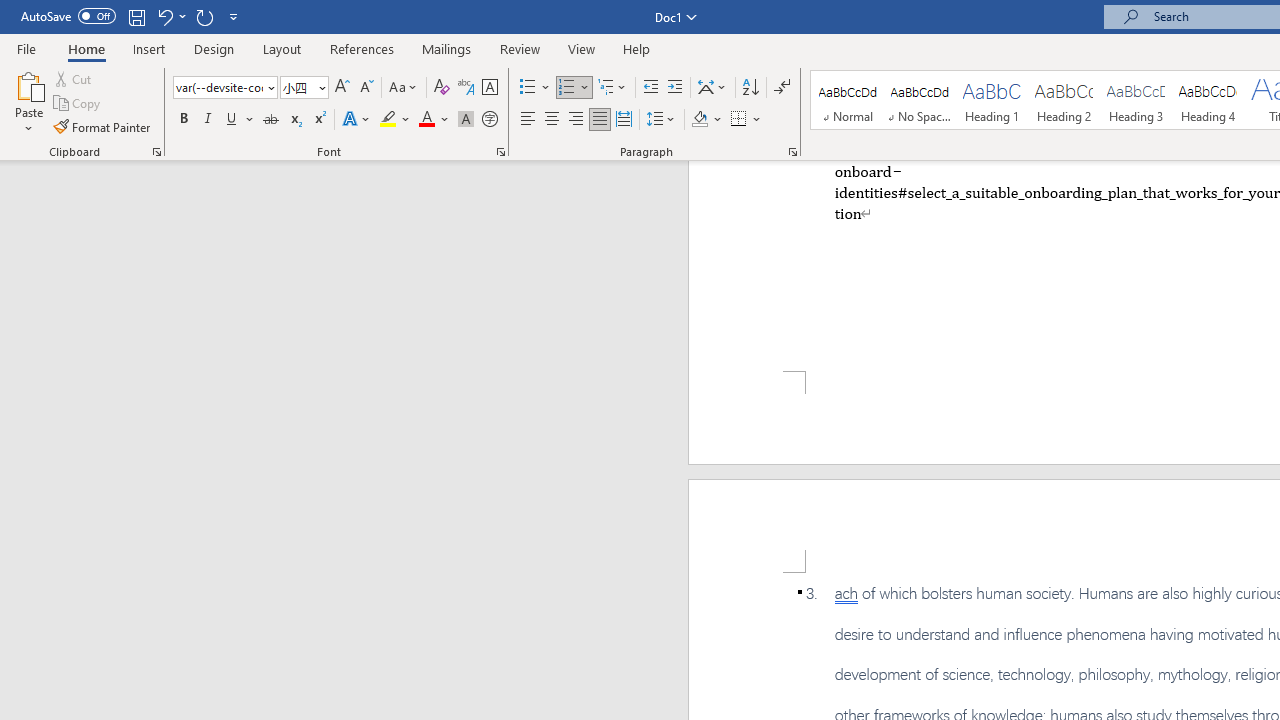 The image size is (1280, 720). What do you see at coordinates (464, 119) in the screenshot?
I see `'Character Shading'` at bounding box center [464, 119].